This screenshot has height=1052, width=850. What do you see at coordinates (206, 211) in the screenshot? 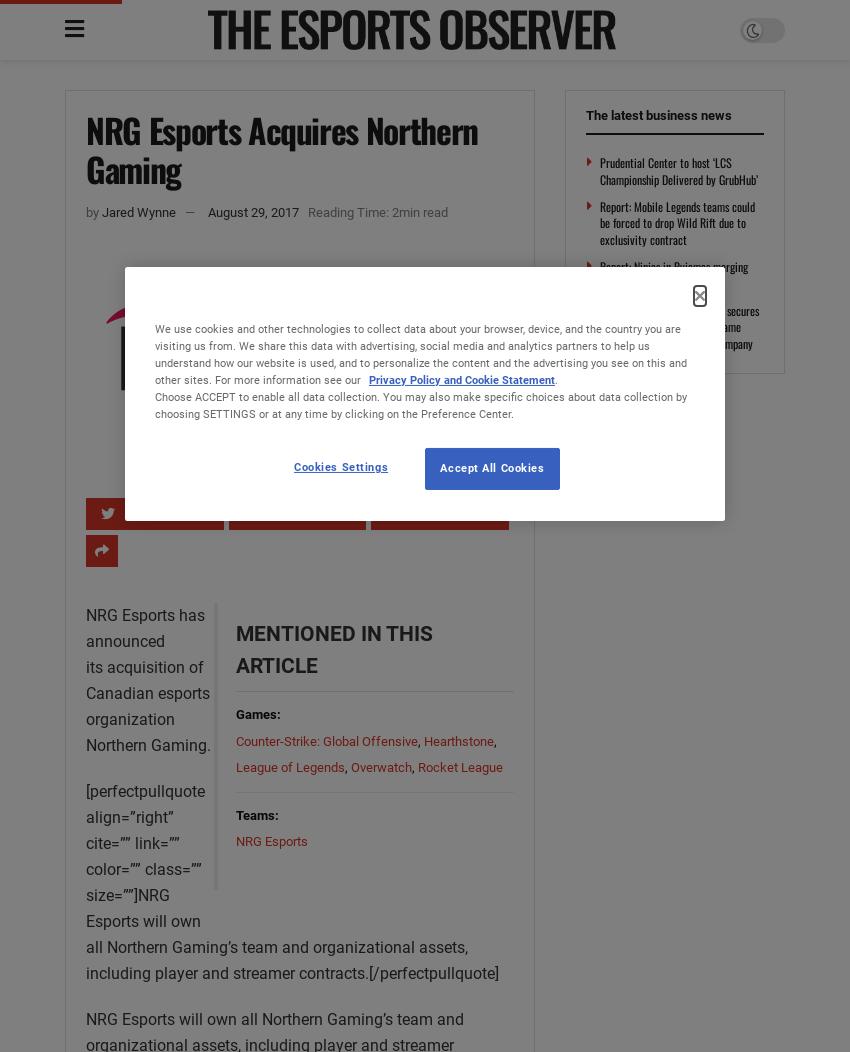
I see `'August 29, 2017'` at bounding box center [206, 211].